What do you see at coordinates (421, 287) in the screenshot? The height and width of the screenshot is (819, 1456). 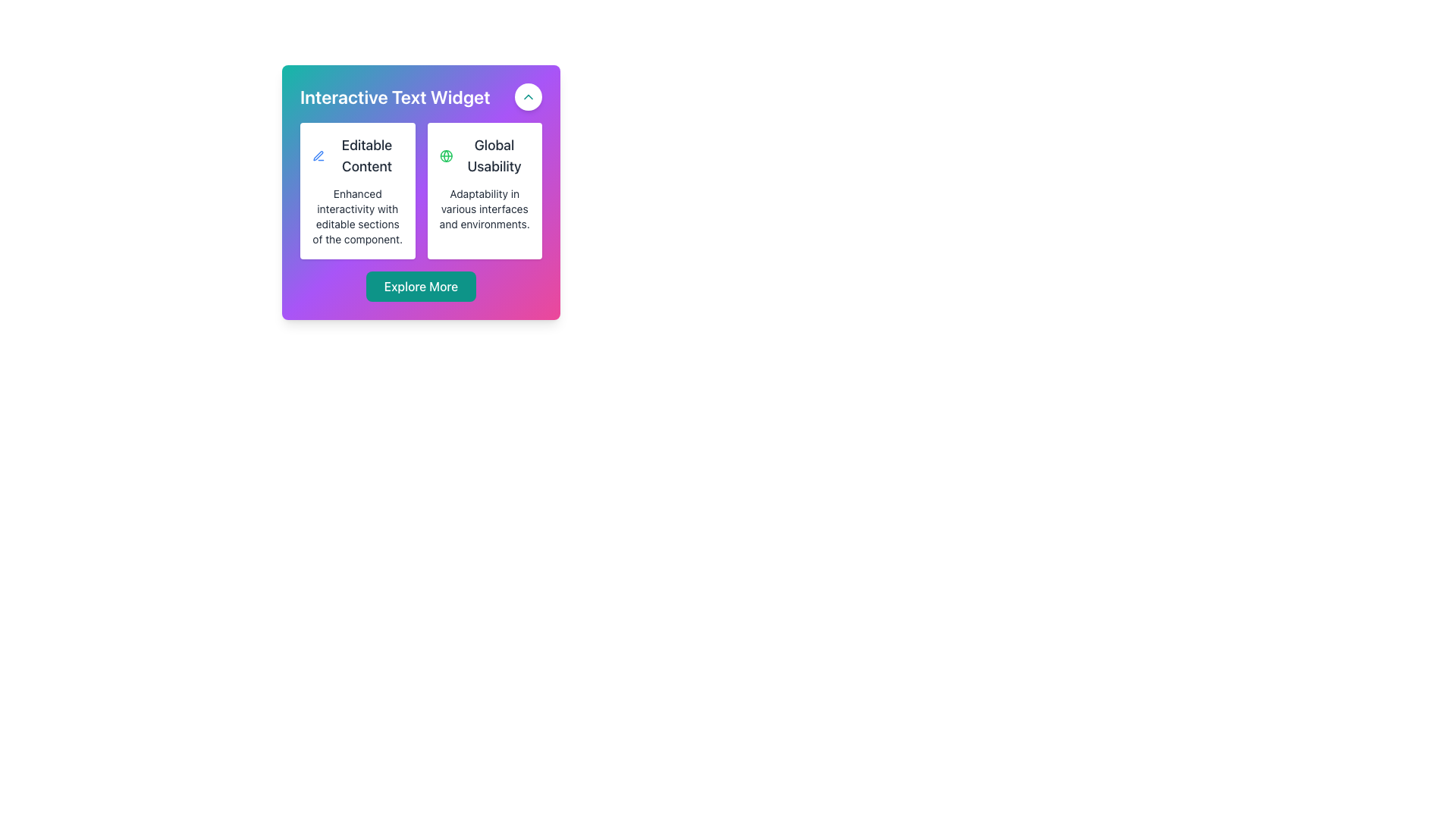 I see `the green button labeled 'Explore More' with rounded edges at the bottom center of the widget` at bounding box center [421, 287].